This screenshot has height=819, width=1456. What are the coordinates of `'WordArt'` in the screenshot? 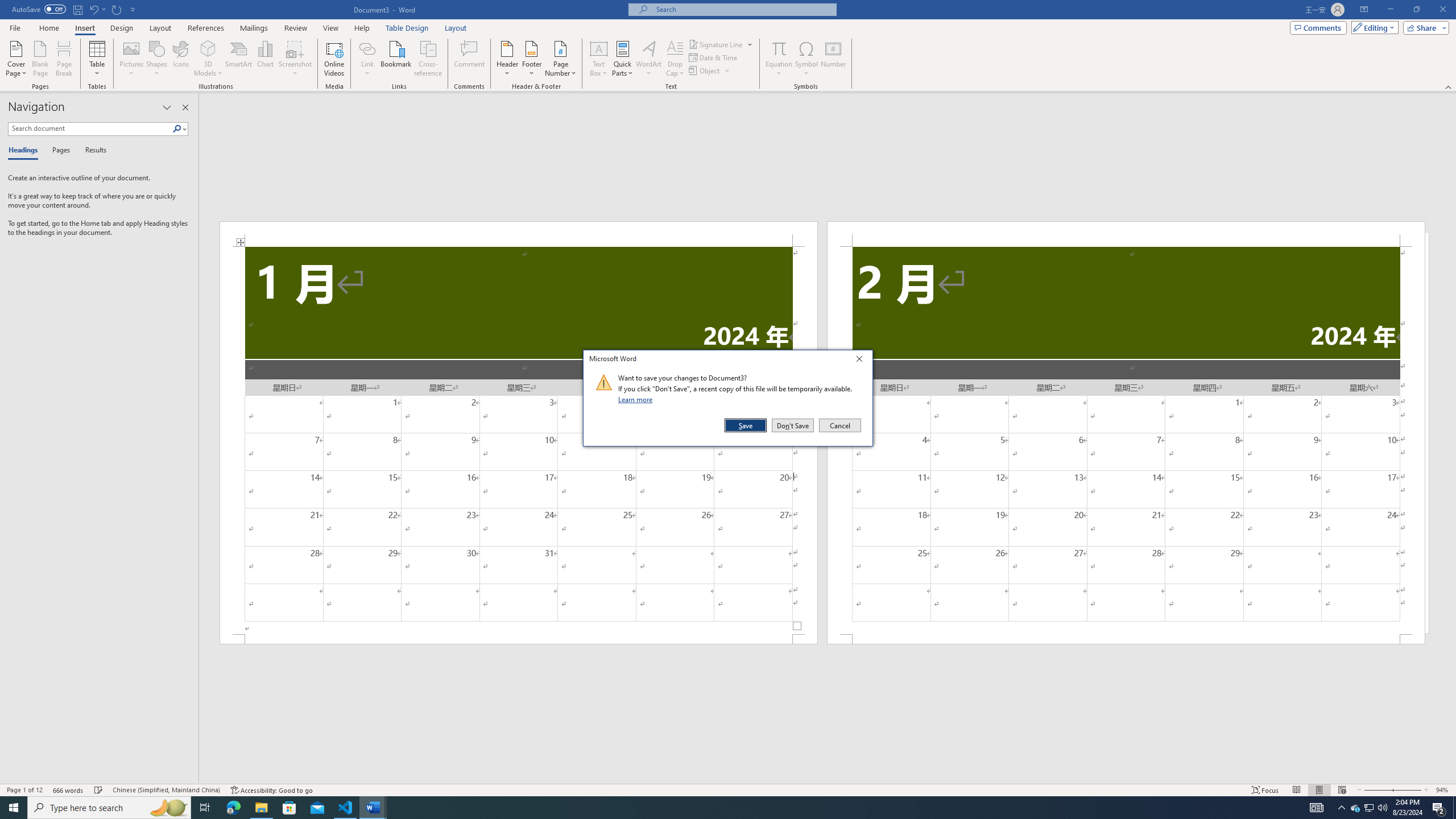 It's located at (648, 59).